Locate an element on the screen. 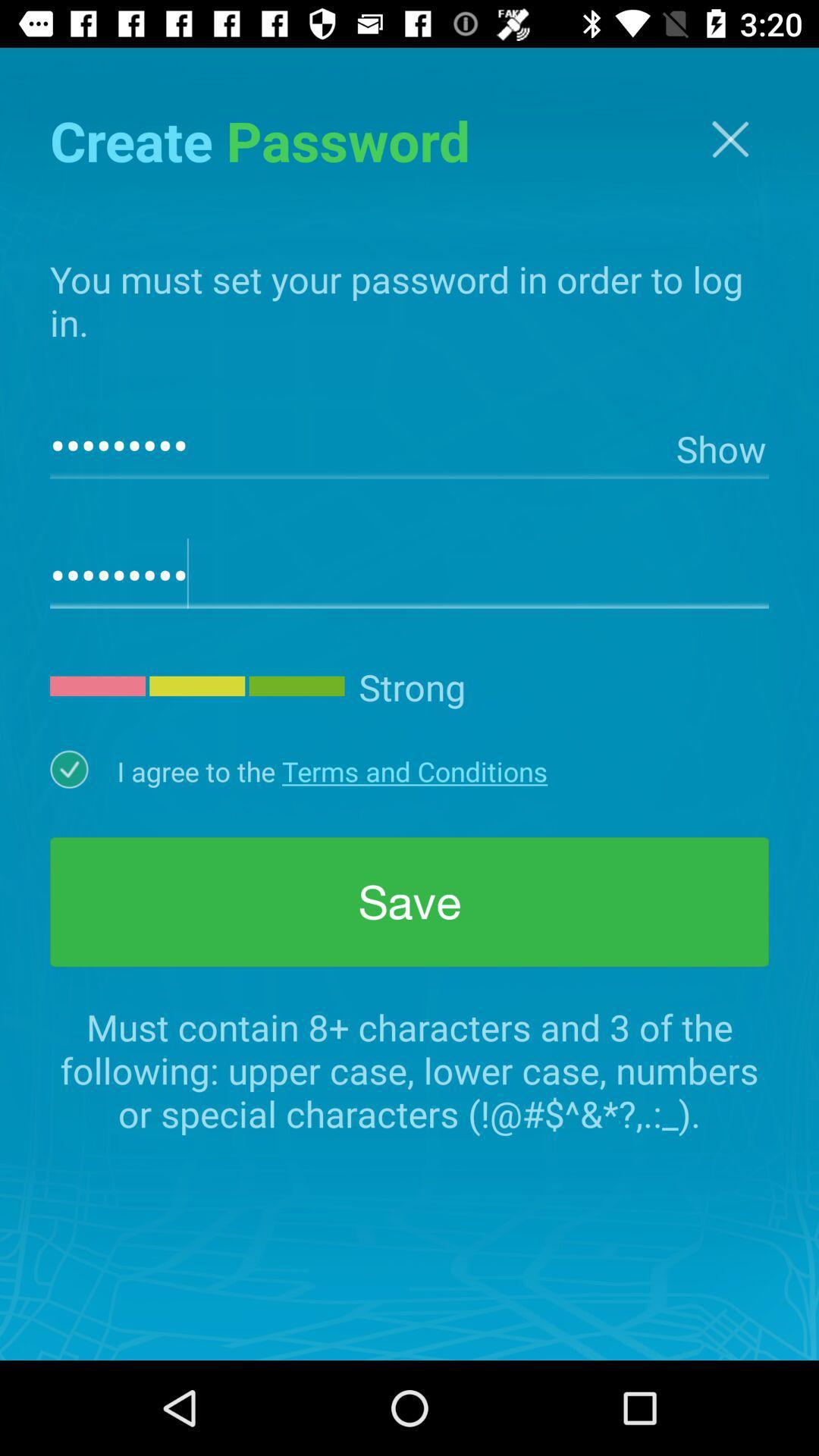 This screenshot has height=1456, width=819. exit is located at coordinates (730, 139).